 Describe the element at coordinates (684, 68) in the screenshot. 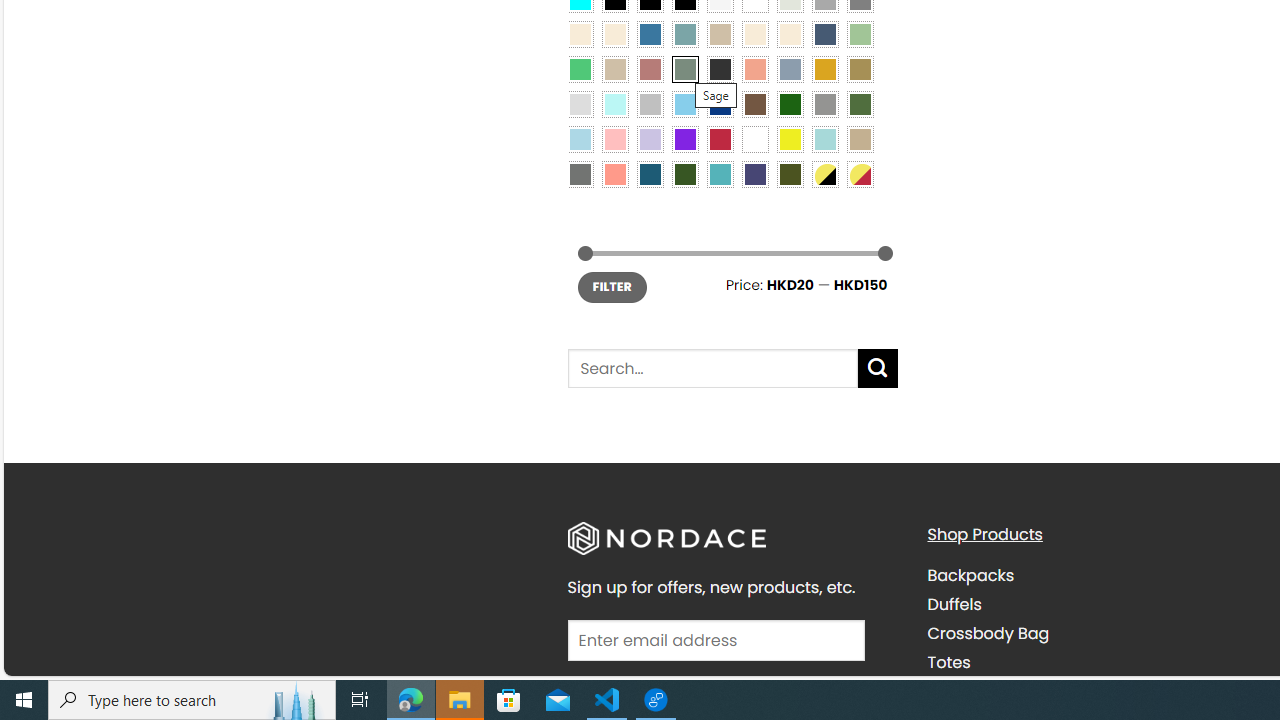

I see `'Sage'` at that location.